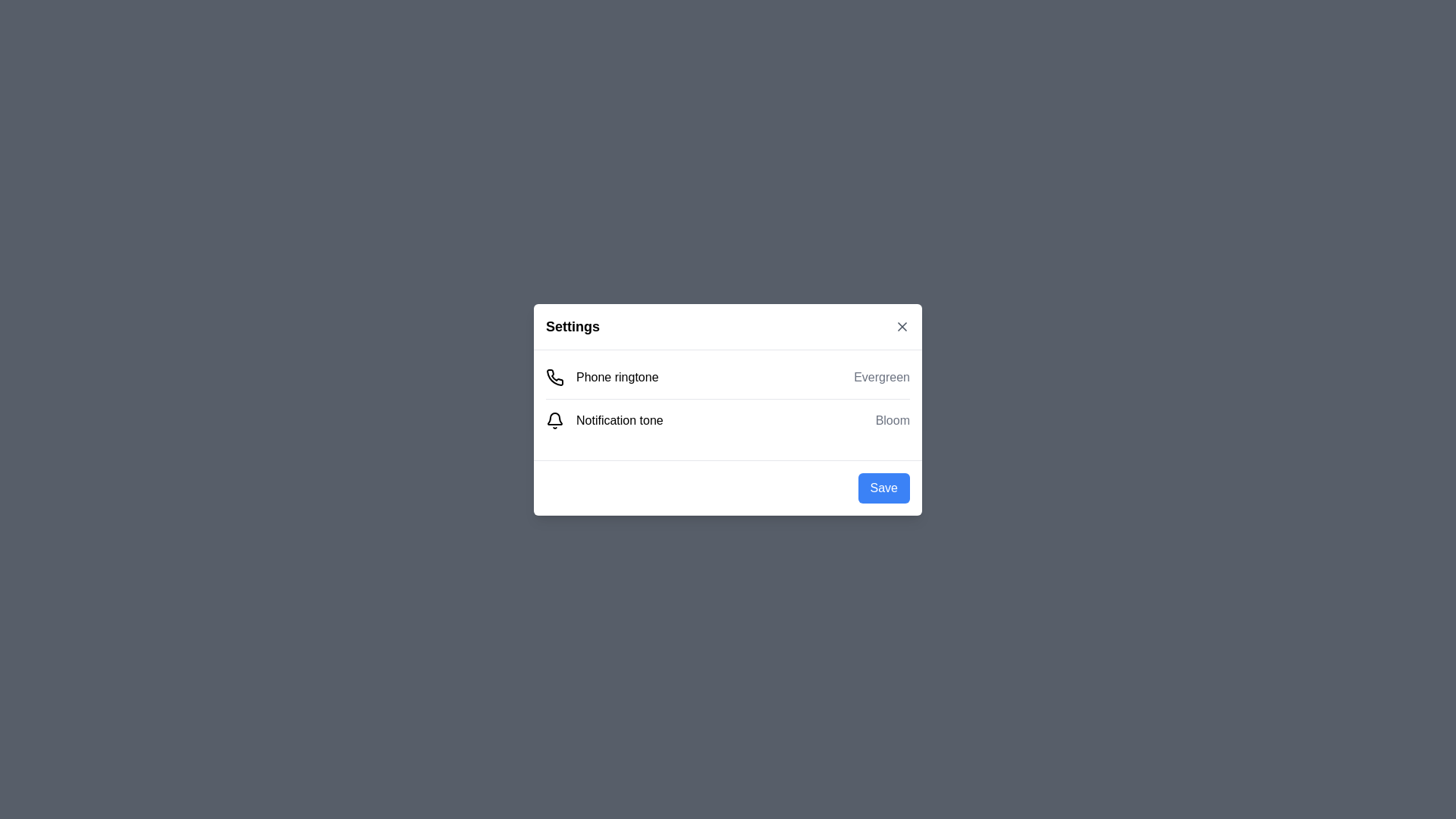 This screenshot has height=819, width=1456. What do you see at coordinates (728, 397) in the screenshot?
I see `the 'Notification tone' item in the list of selectable items for phone ringtones and notification tones, located in the middle area of the 'Settings' modal` at bounding box center [728, 397].